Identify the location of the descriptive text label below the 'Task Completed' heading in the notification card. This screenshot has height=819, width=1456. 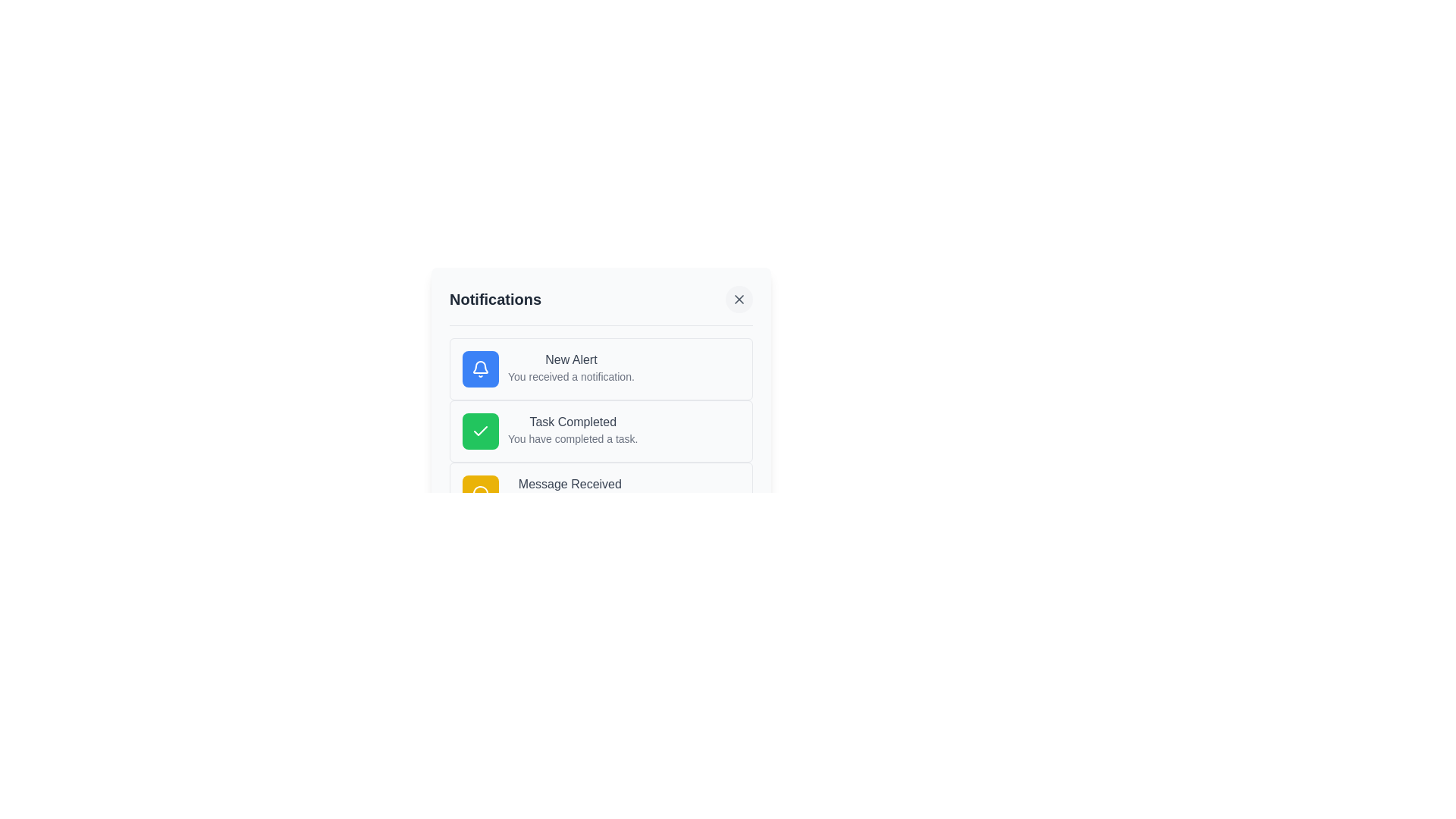
(572, 438).